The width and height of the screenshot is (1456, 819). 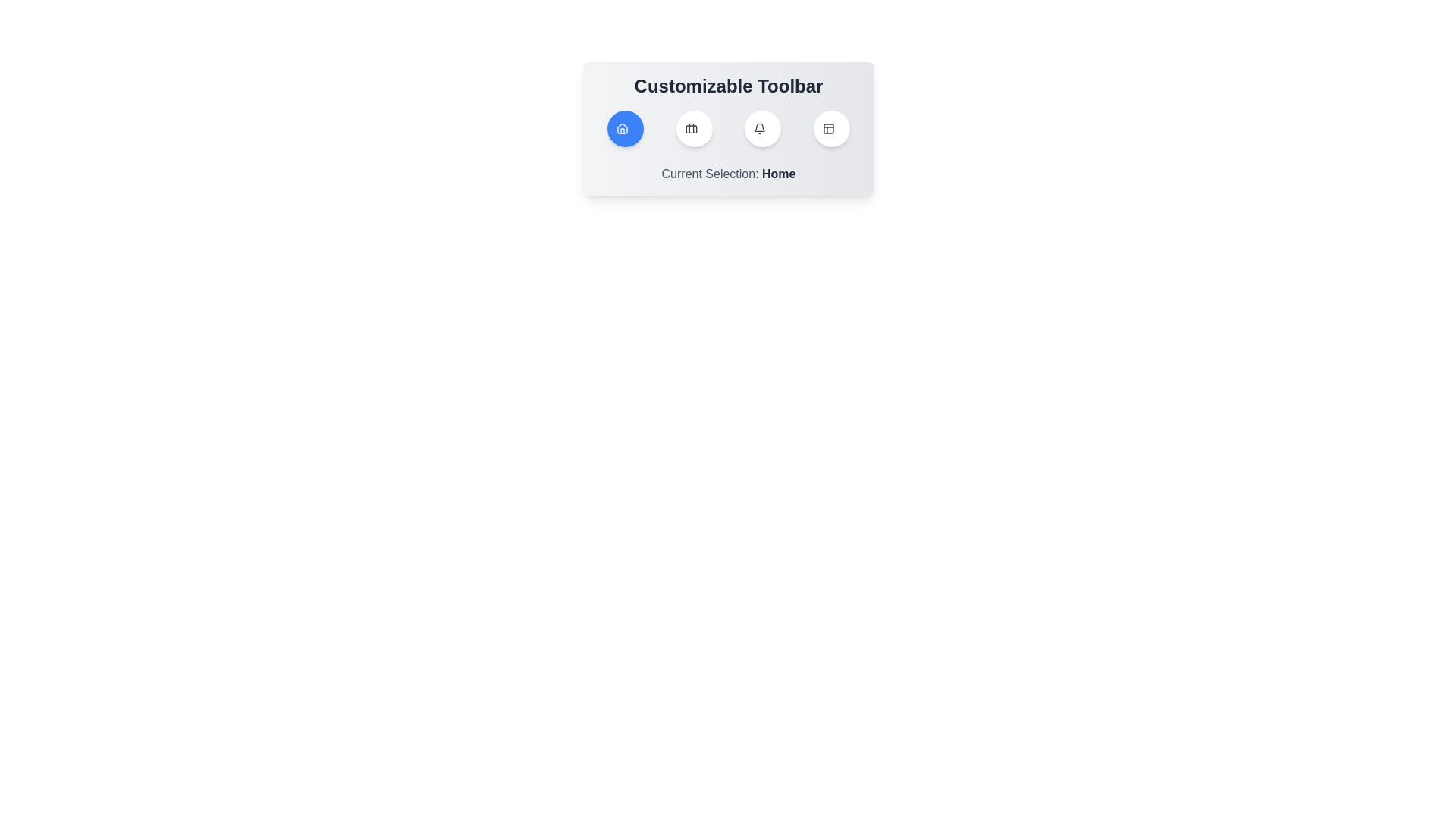 What do you see at coordinates (763, 127) in the screenshot?
I see `the circular button with a bell icon located in the toolbar, which is positioned to the right of the briefcase icon button and to the left of the grid icon button` at bounding box center [763, 127].